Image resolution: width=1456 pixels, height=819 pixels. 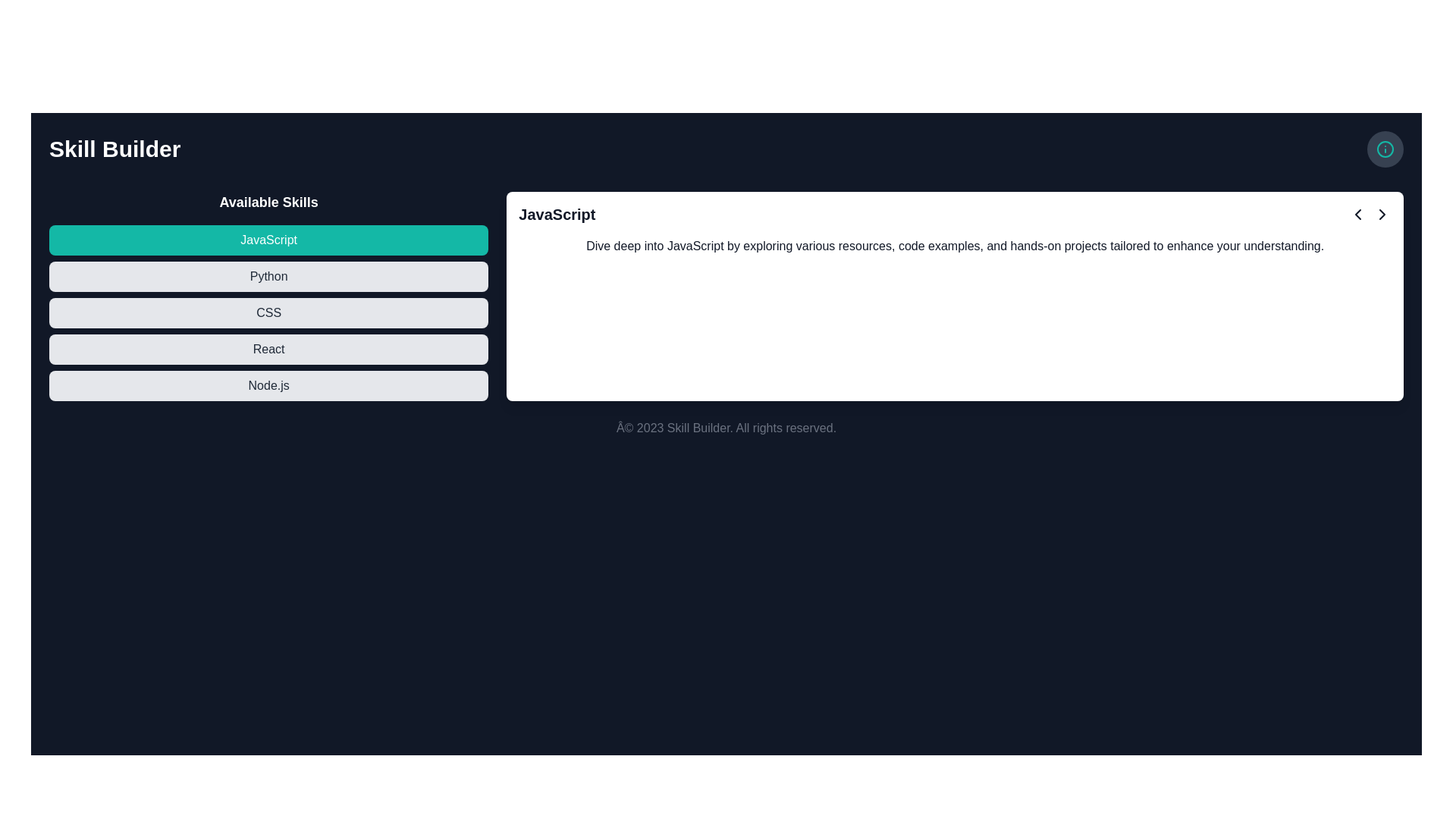 What do you see at coordinates (268, 312) in the screenshot?
I see `the selectable skill option 'CSS' in the skill selection interface via keyboard navigation` at bounding box center [268, 312].